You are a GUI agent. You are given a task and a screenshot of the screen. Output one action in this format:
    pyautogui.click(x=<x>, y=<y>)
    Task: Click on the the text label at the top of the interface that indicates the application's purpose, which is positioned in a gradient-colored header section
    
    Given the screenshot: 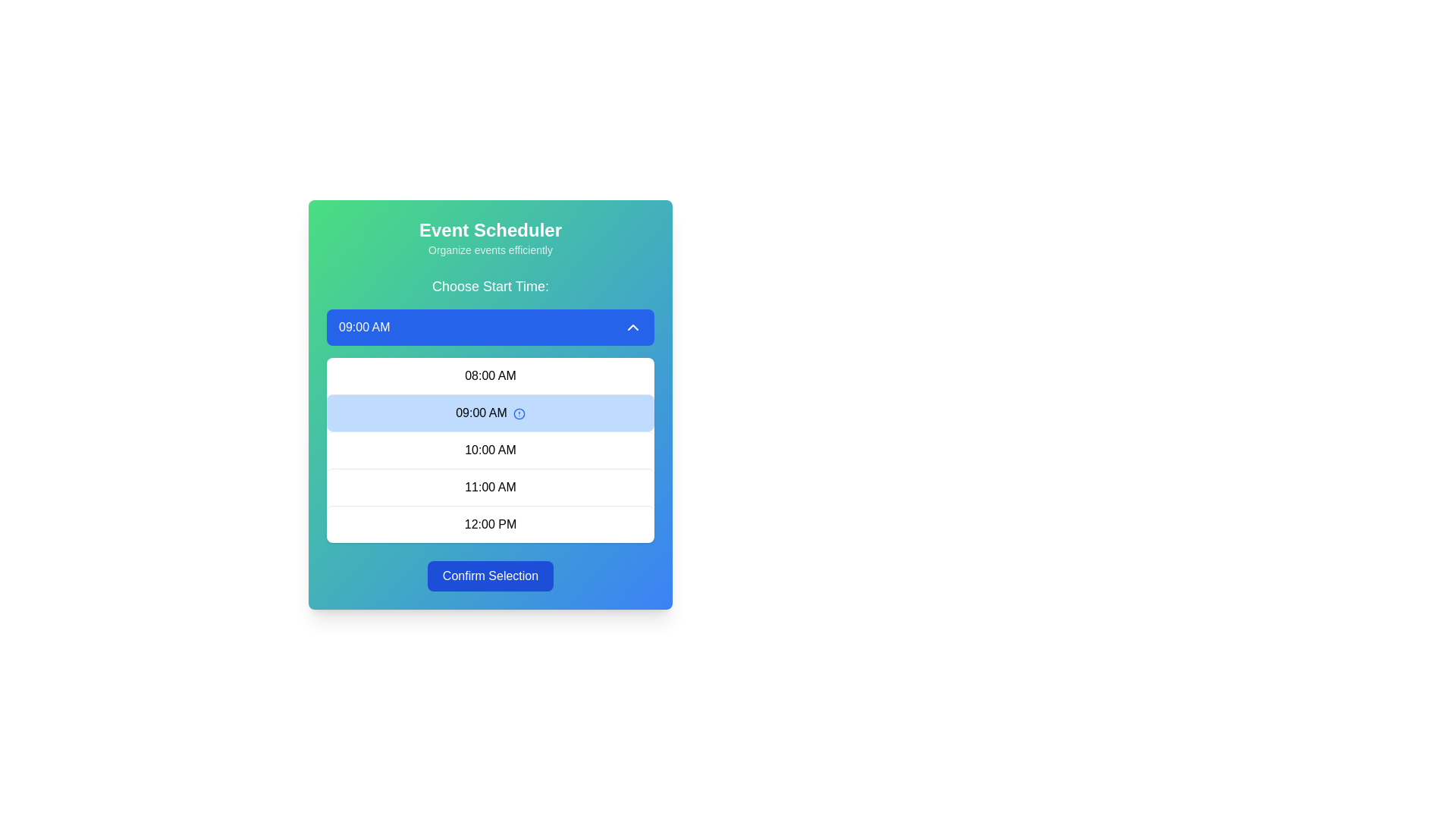 What is the action you would take?
    pyautogui.click(x=491, y=231)
    